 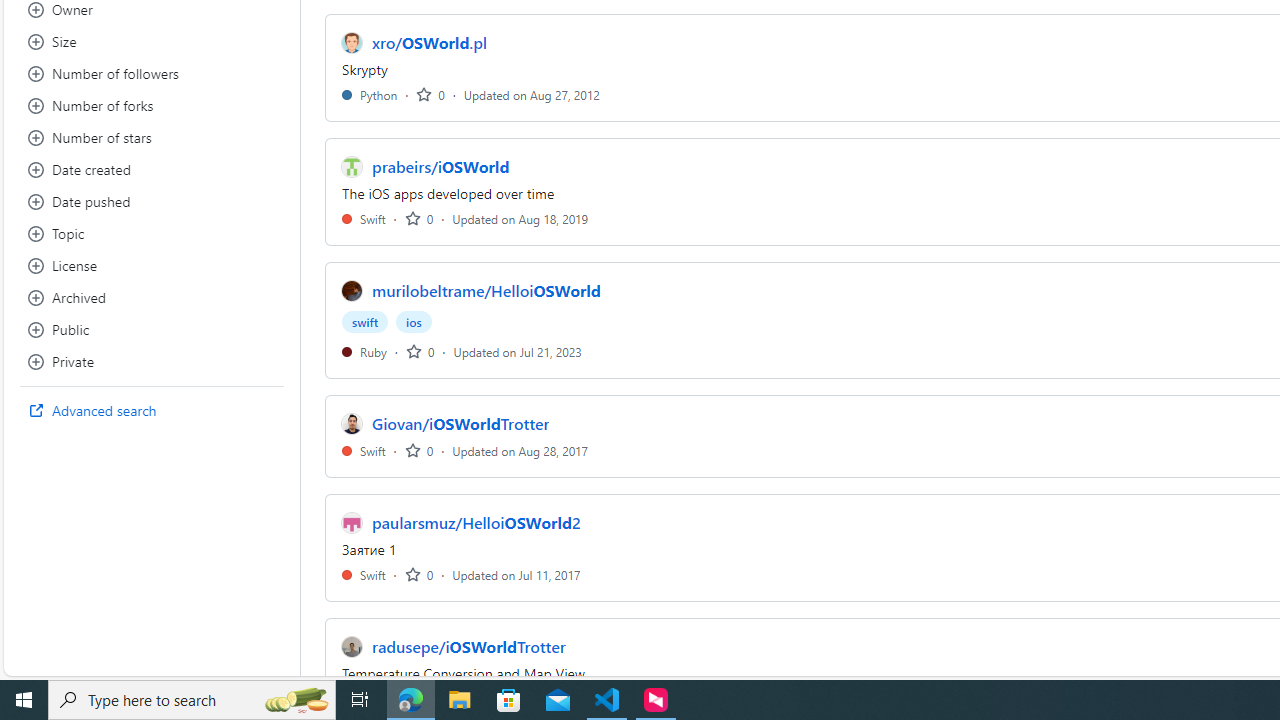 I want to click on 'Swift', so click(x=364, y=574).